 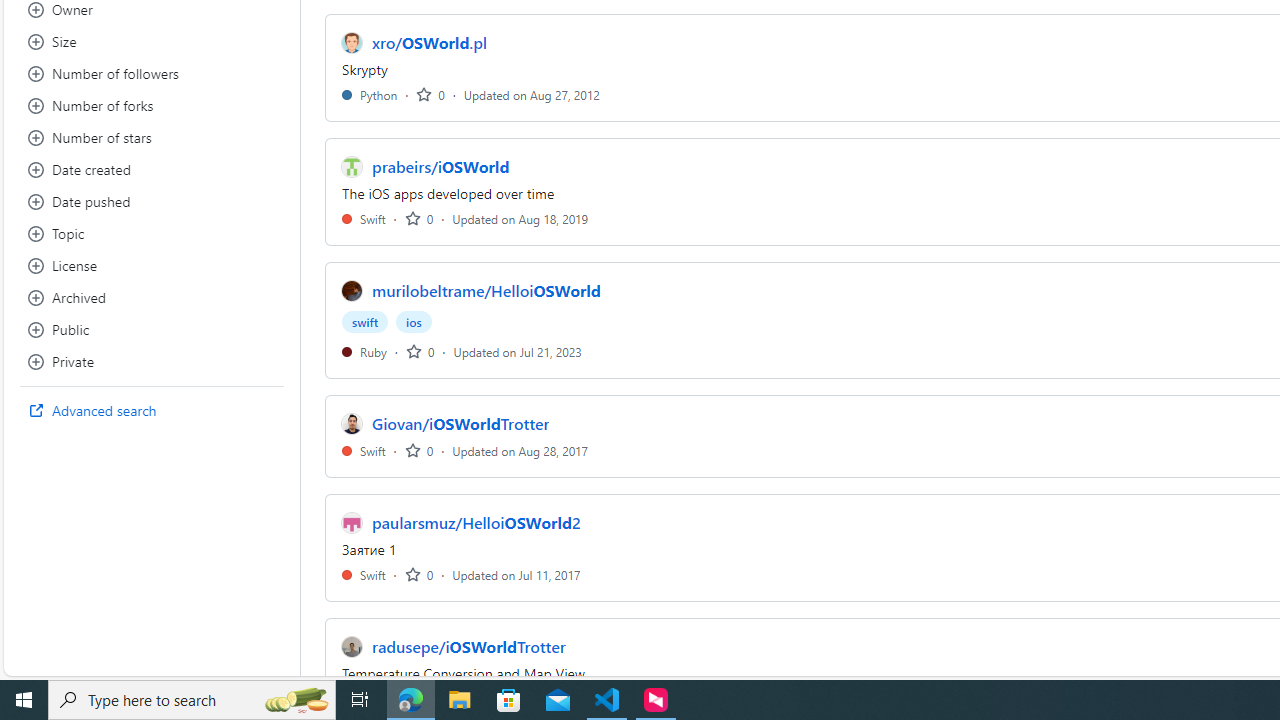 I want to click on 'Swift', so click(x=364, y=574).